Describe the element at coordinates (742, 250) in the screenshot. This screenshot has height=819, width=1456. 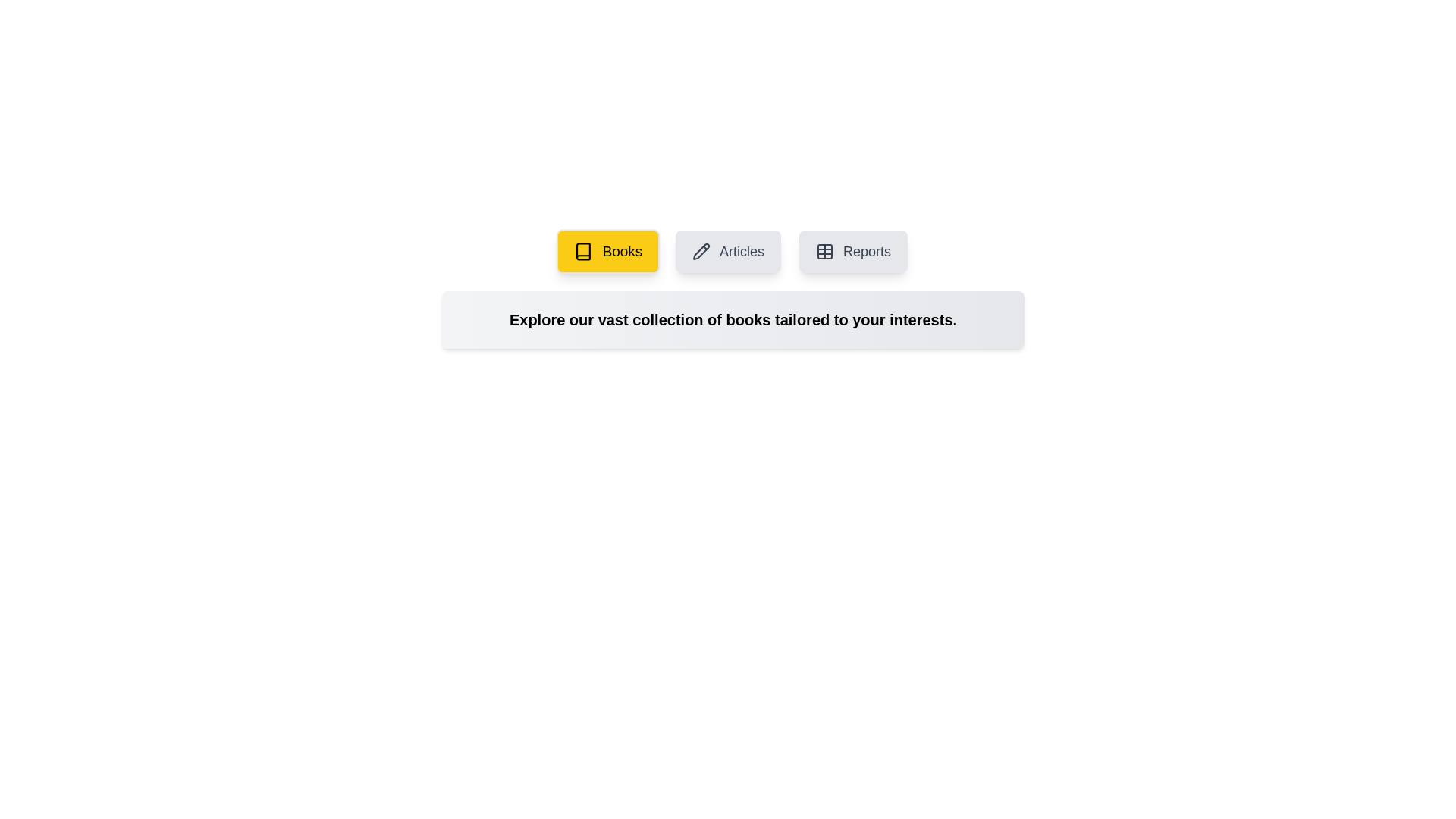
I see `text label that describes the button's purpose for navigating to or activating the 'Articles' feature, located in the center button of the top row` at that location.